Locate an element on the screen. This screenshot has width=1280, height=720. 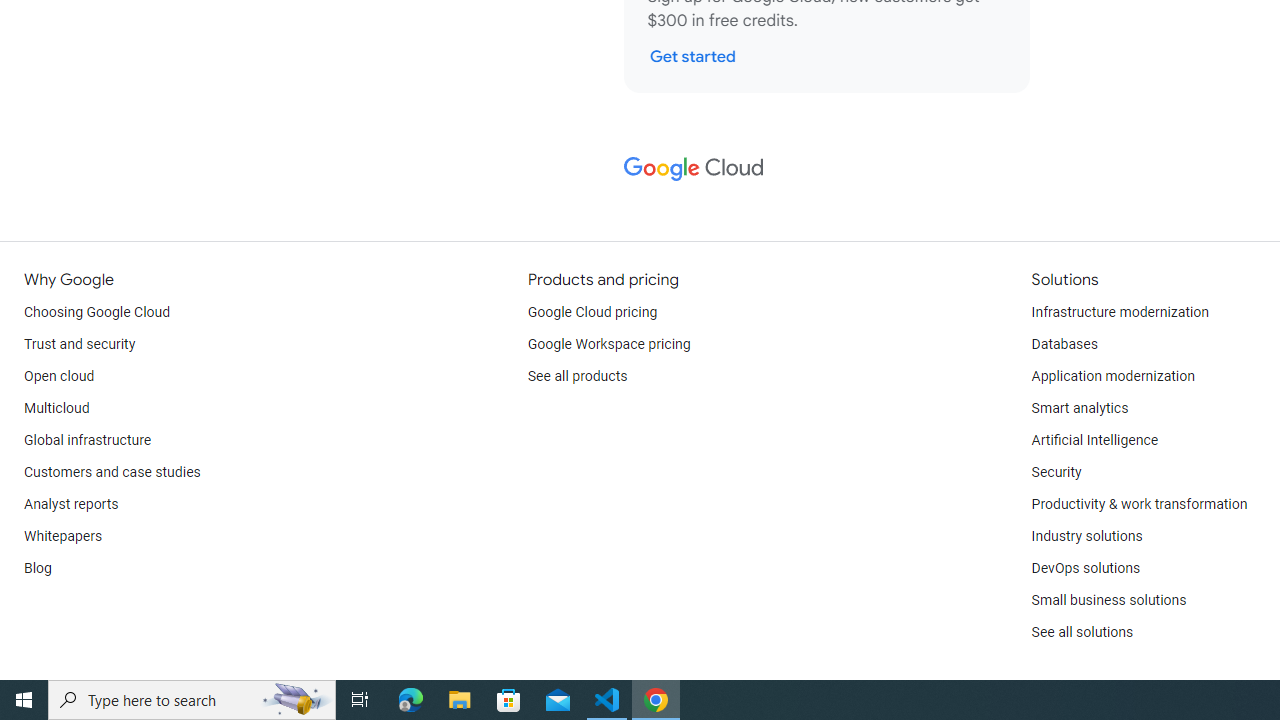
'See all products' is located at coordinates (576, 376).